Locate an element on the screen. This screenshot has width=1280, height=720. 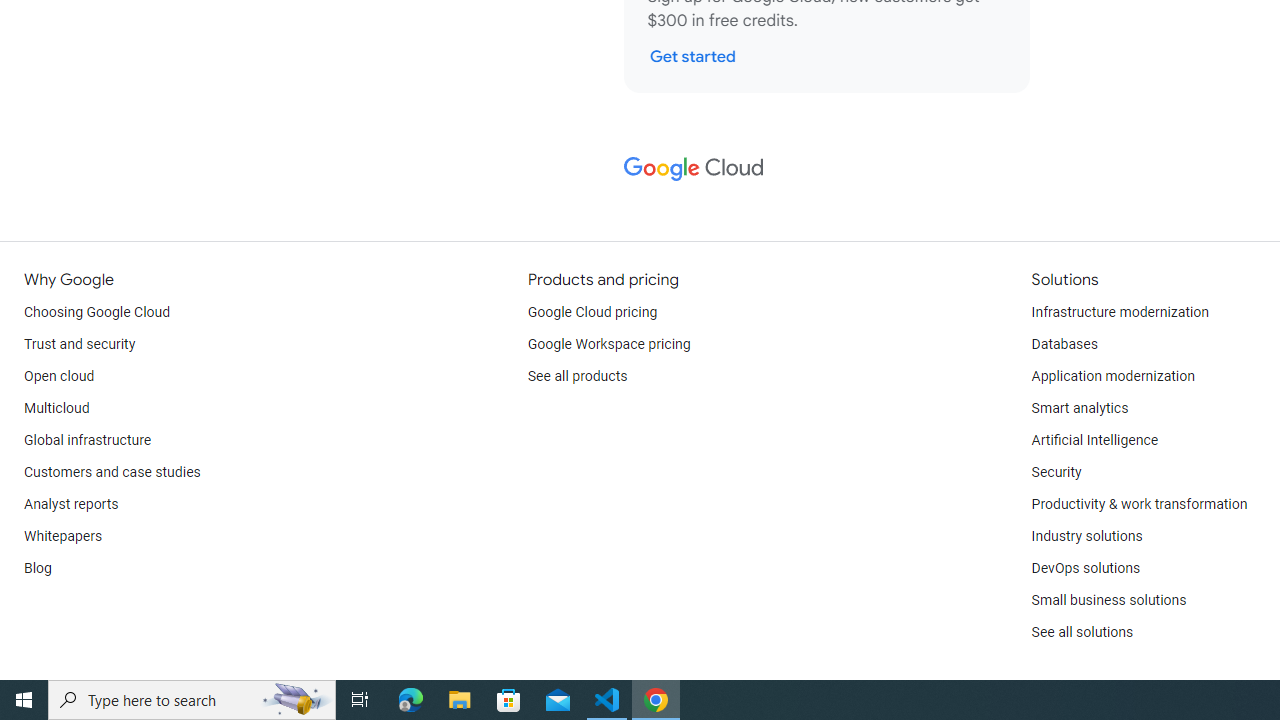
'See all products' is located at coordinates (576, 376).